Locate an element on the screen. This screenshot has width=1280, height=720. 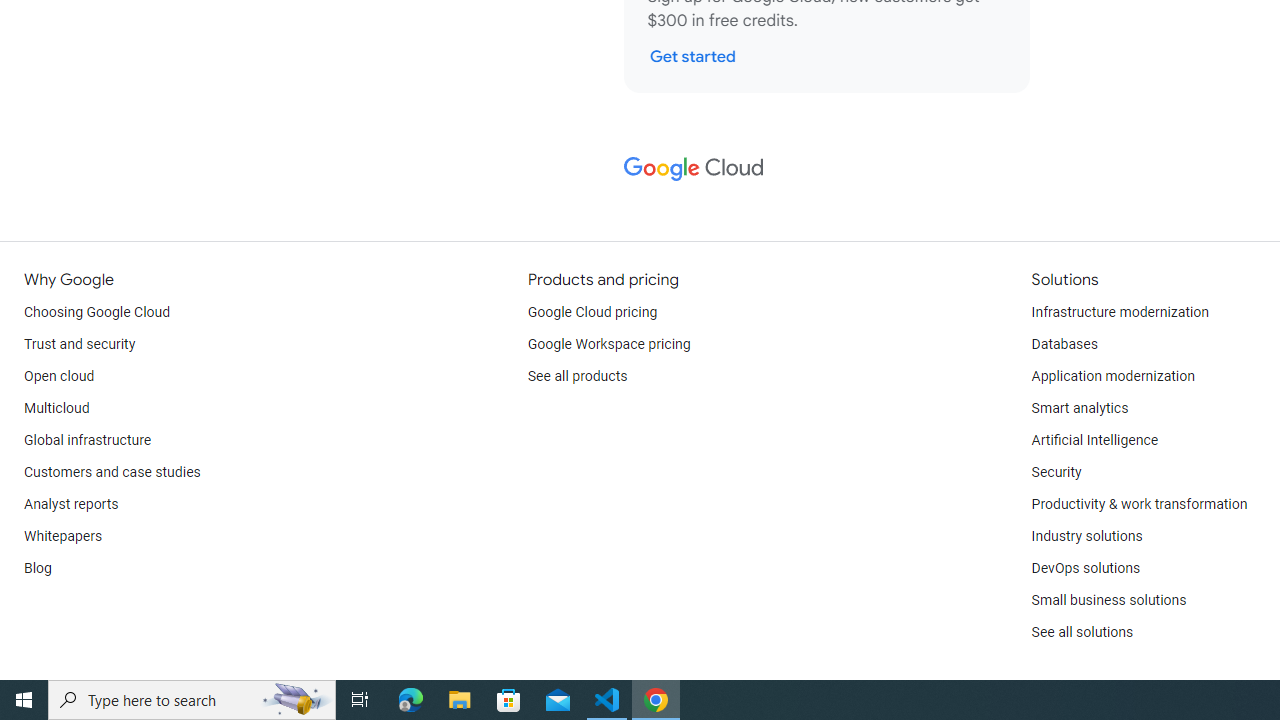
'See all products' is located at coordinates (576, 376).